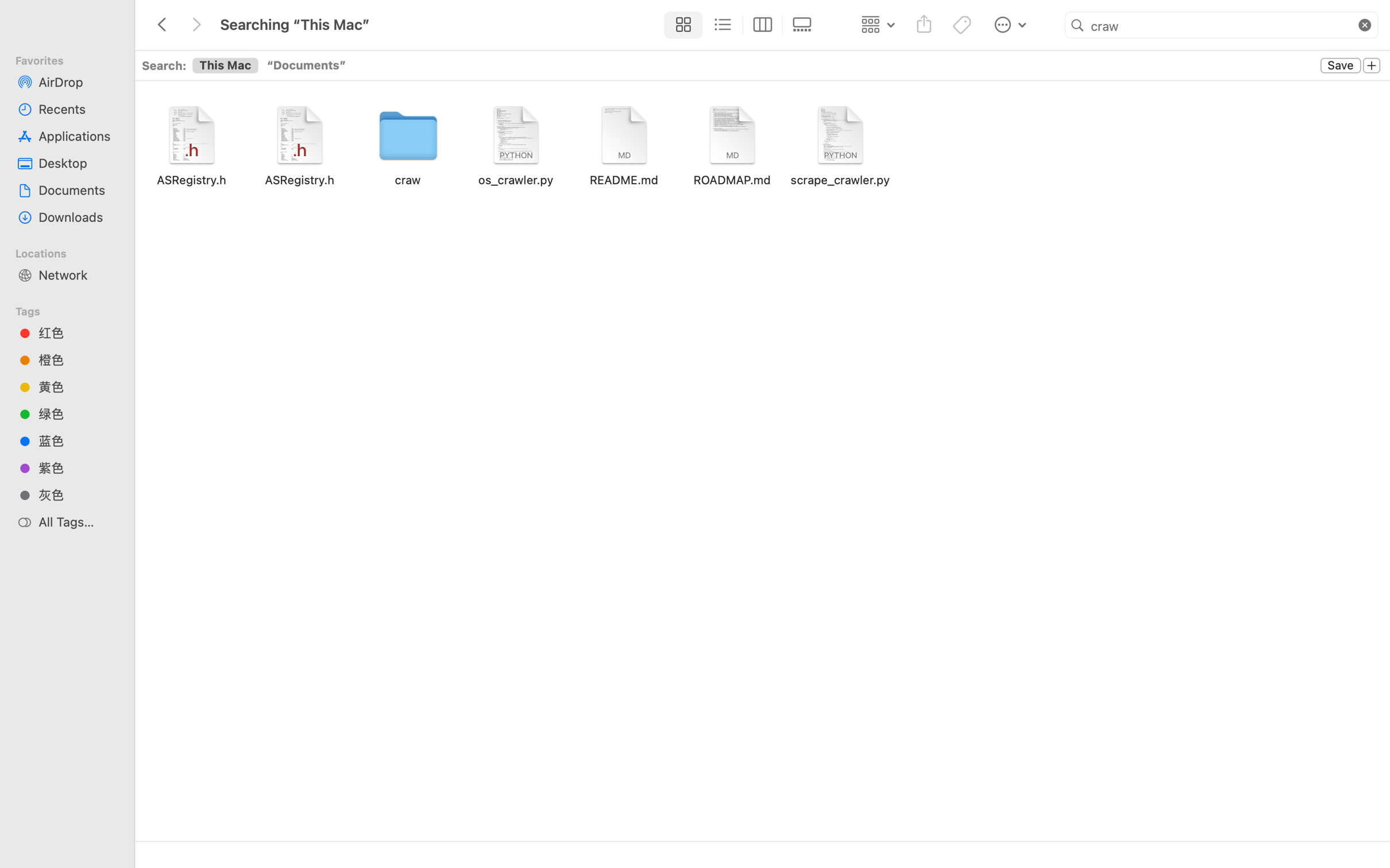 This screenshot has width=1390, height=868. Describe the element at coordinates (77, 332) in the screenshot. I see `'红色'` at that location.